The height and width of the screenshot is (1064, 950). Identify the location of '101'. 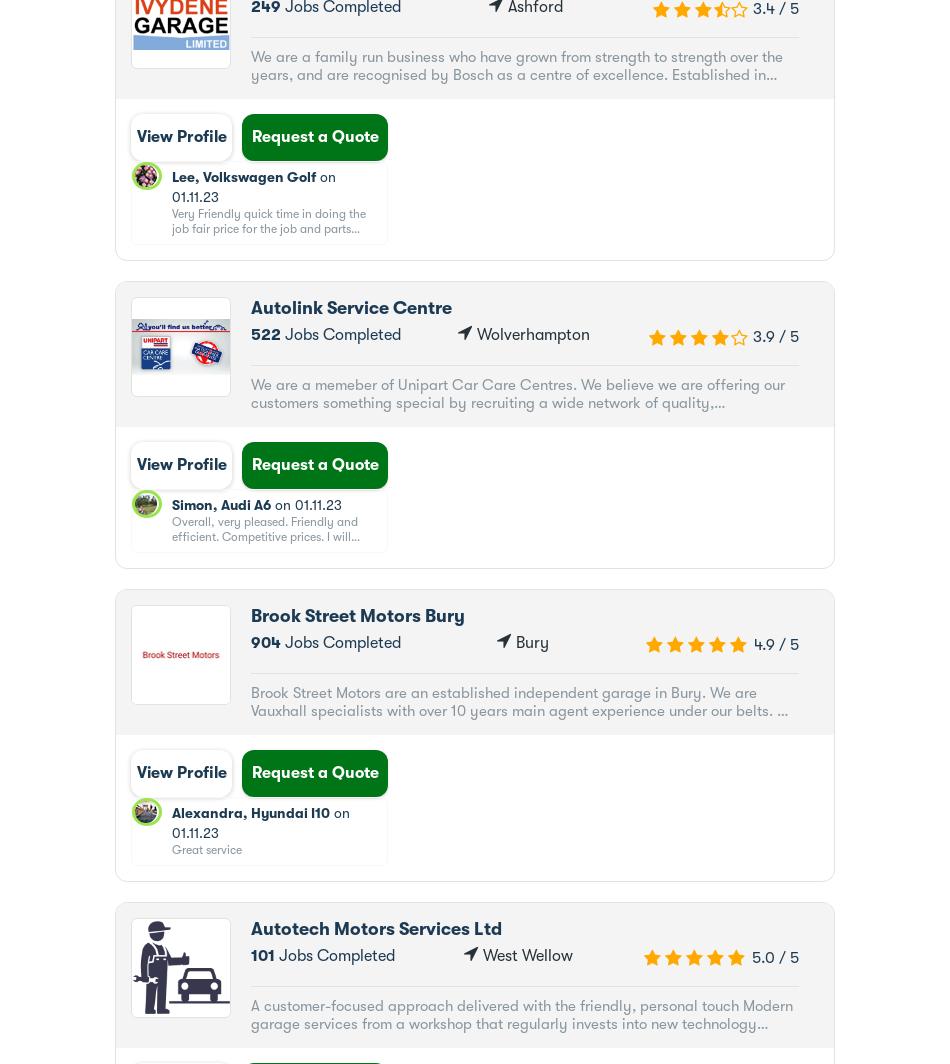
(261, 955).